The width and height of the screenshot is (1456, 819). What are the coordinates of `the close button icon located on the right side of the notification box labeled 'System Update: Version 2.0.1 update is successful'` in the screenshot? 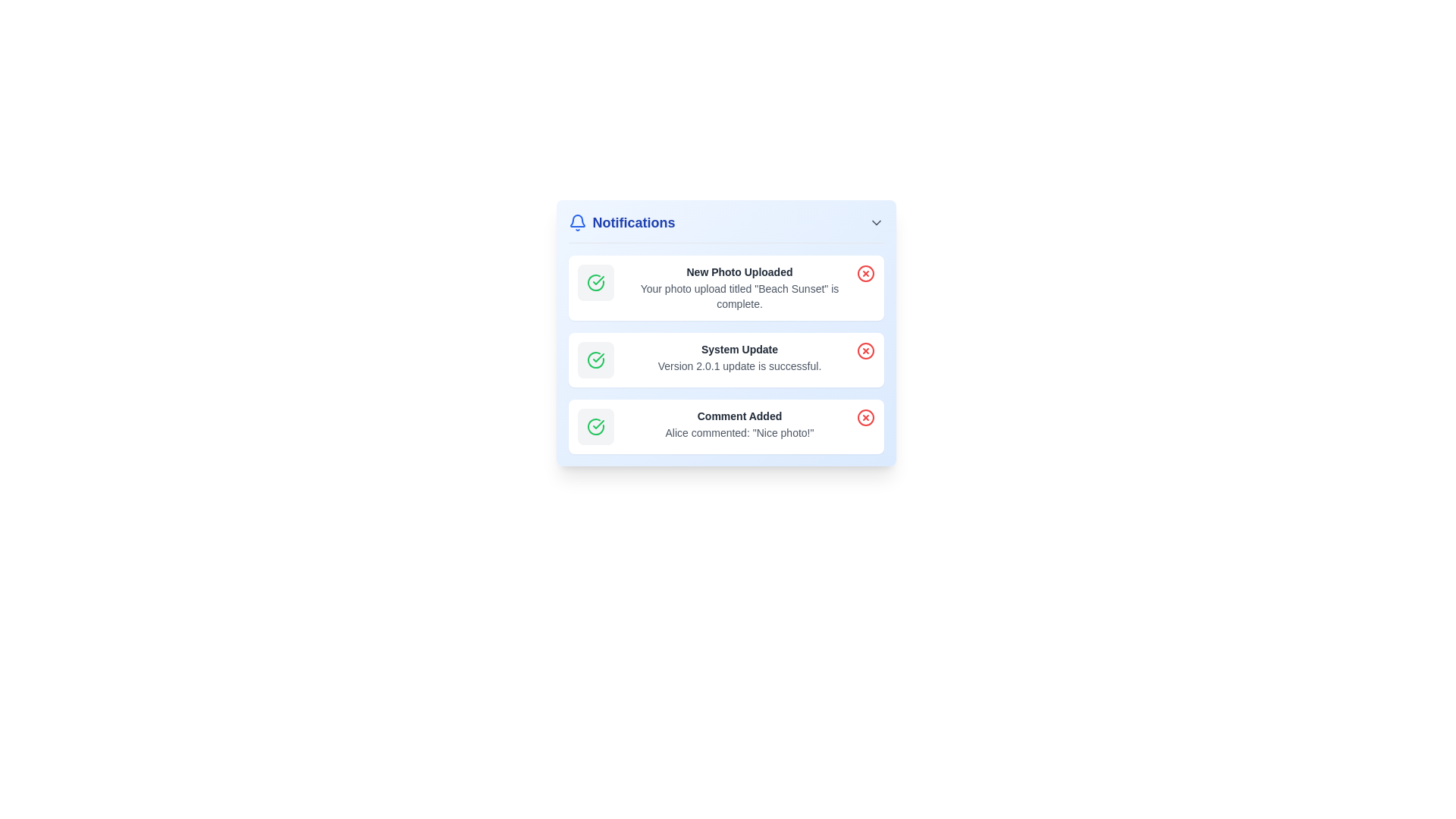 It's located at (865, 350).